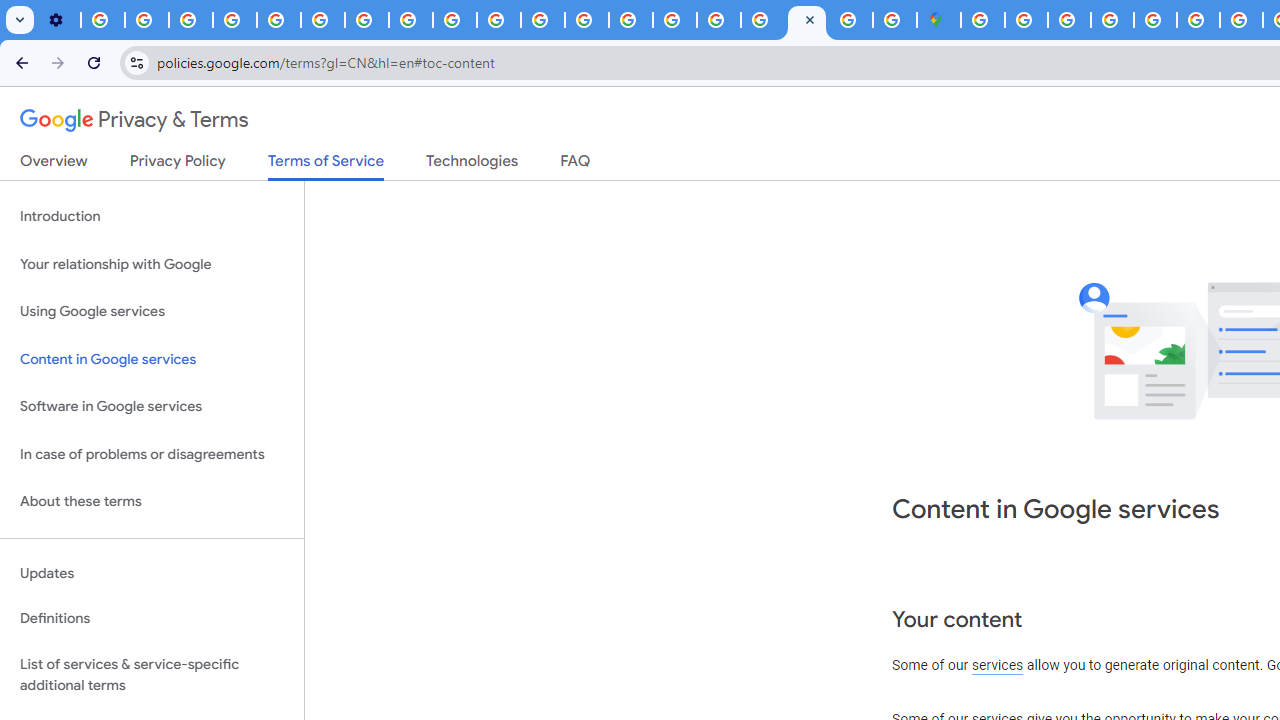 The image size is (1280, 720). What do you see at coordinates (58, 20) in the screenshot?
I see `'Settings - Customize profile'` at bounding box center [58, 20].